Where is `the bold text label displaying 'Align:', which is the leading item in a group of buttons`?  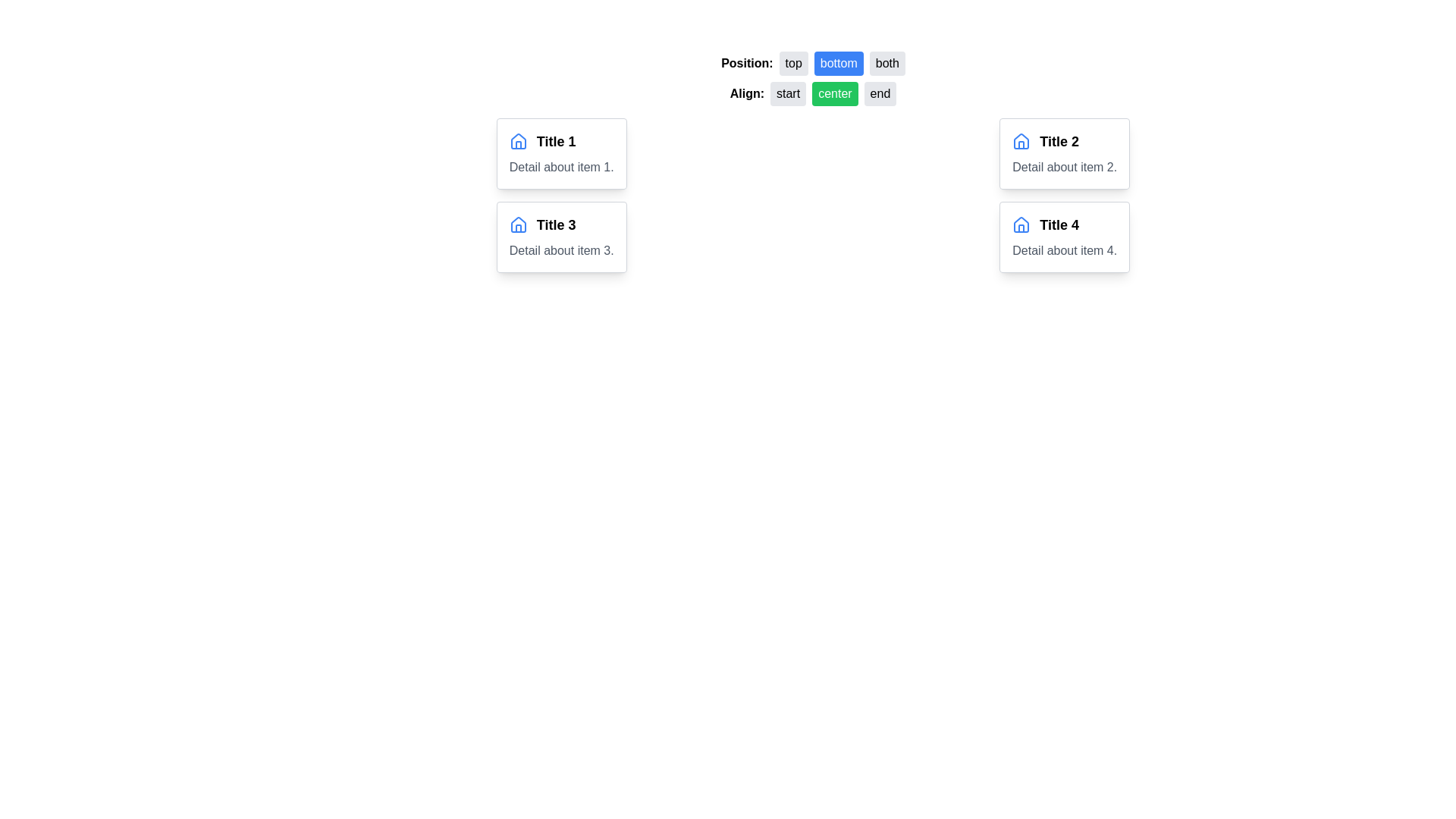
the bold text label displaying 'Align:', which is the leading item in a group of buttons is located at coordinates (747, 93).